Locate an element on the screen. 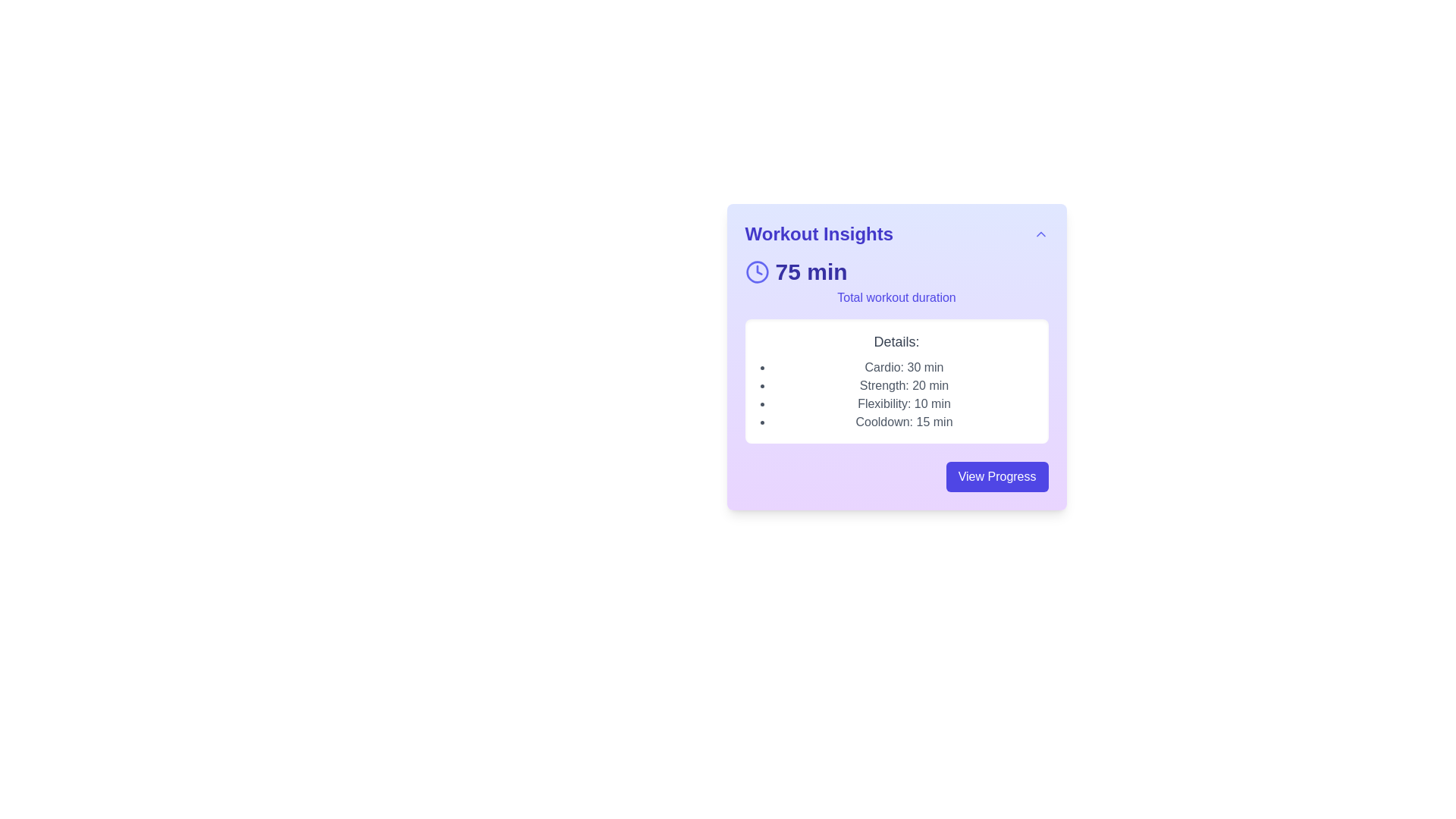  the Information Panel that provides detailed information about the workout session, categorized by activities and durations, located below '75 min Total workout duration' and above the 'View Progress' button is located at coordinates (896, 380).